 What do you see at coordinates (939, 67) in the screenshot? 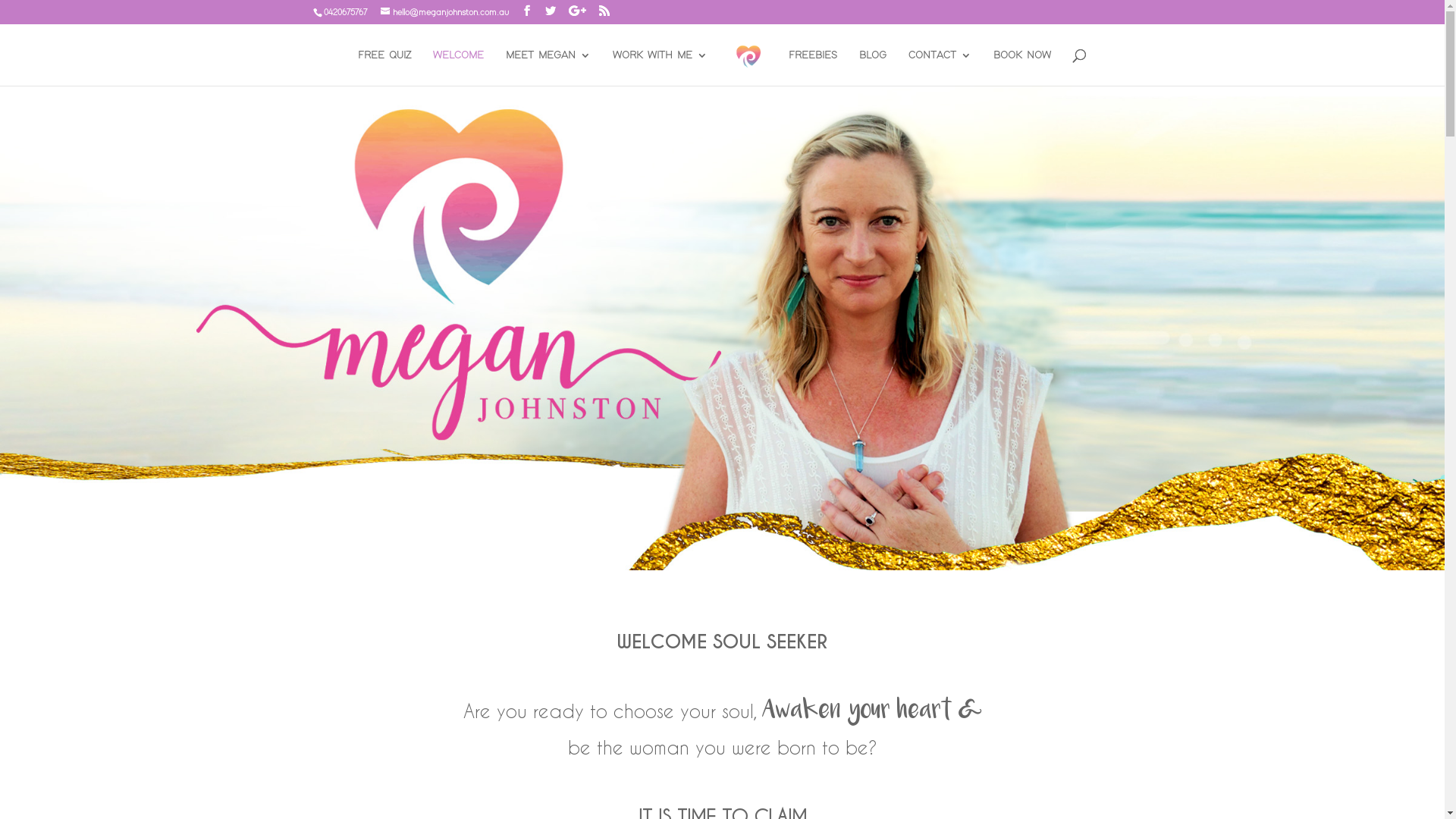
I see `'CONTACT'` at bounding box center [939, 67].